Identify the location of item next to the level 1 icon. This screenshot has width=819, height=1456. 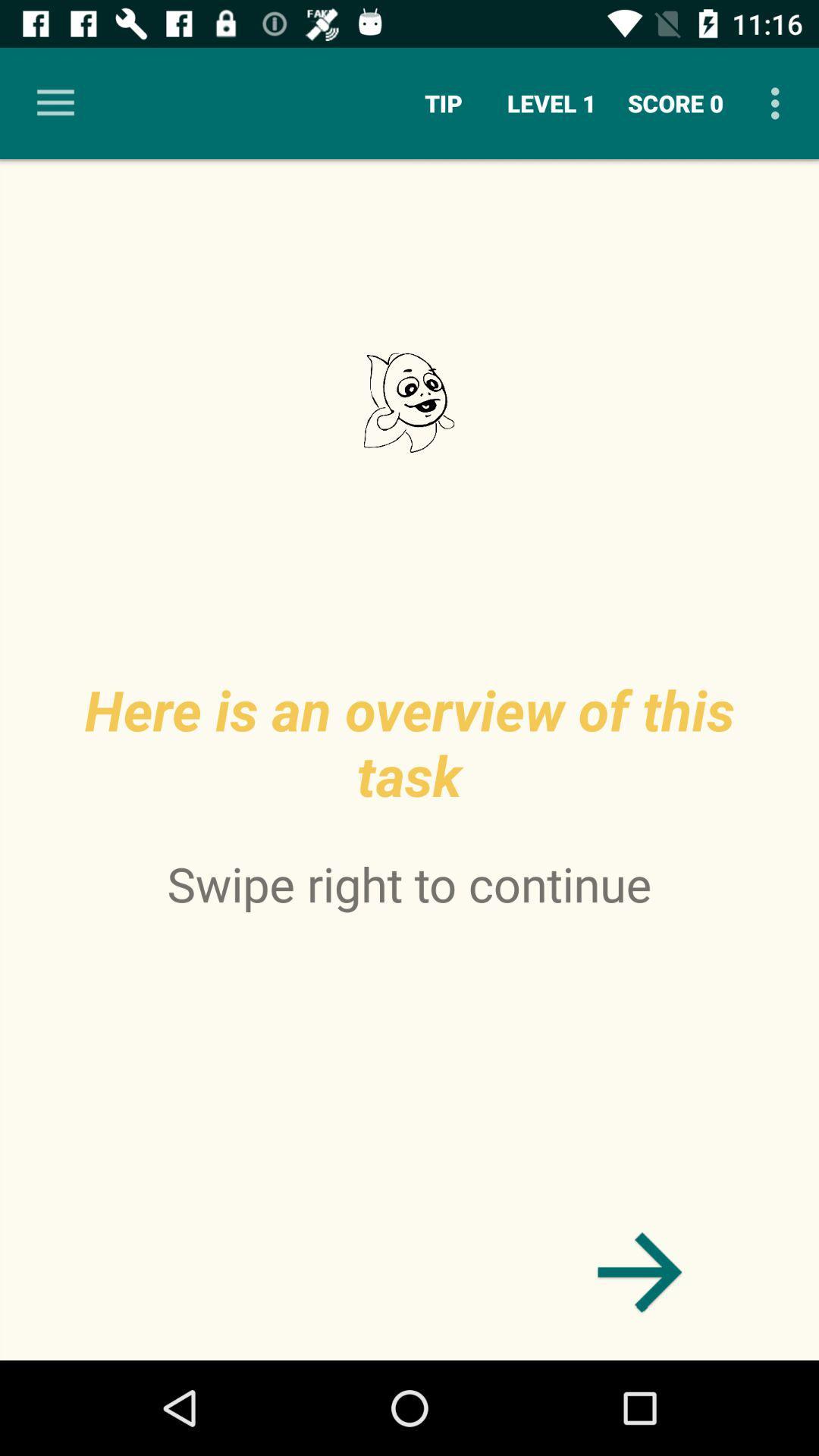
(675, 102).